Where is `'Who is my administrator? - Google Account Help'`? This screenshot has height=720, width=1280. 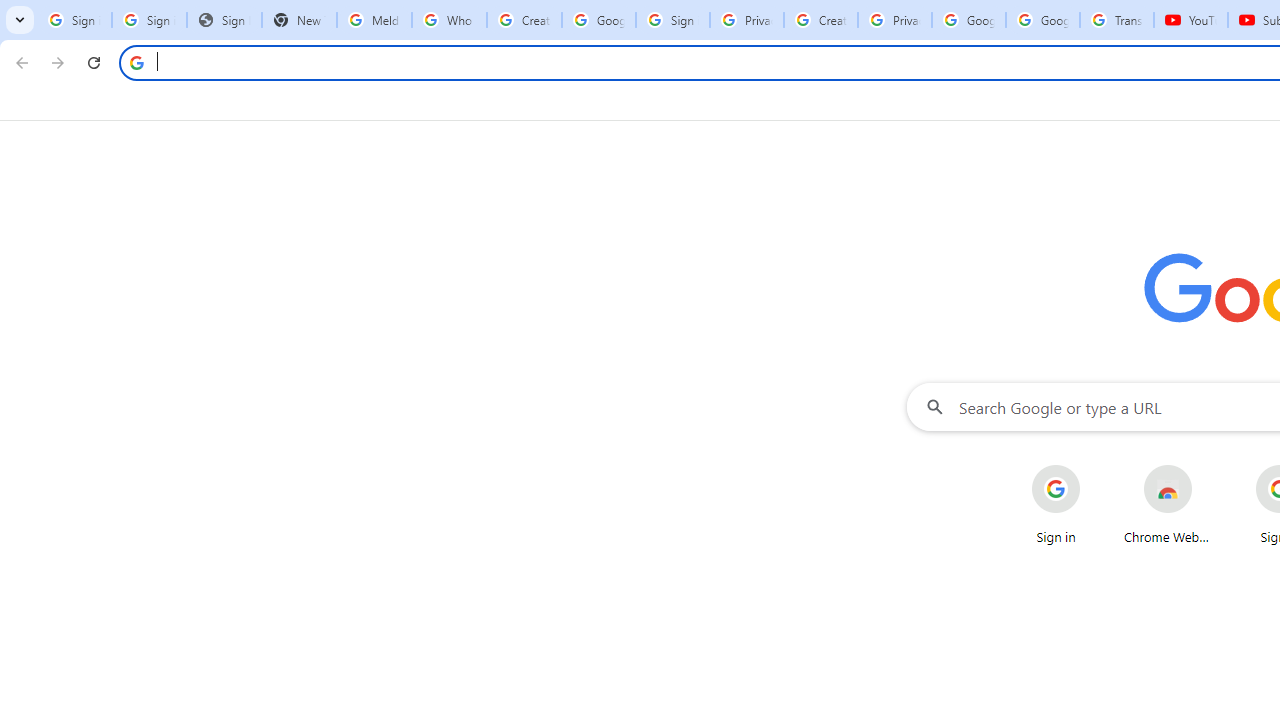 'Who is my administrator? - Google Account Help' is located at coordinates (448, 20).